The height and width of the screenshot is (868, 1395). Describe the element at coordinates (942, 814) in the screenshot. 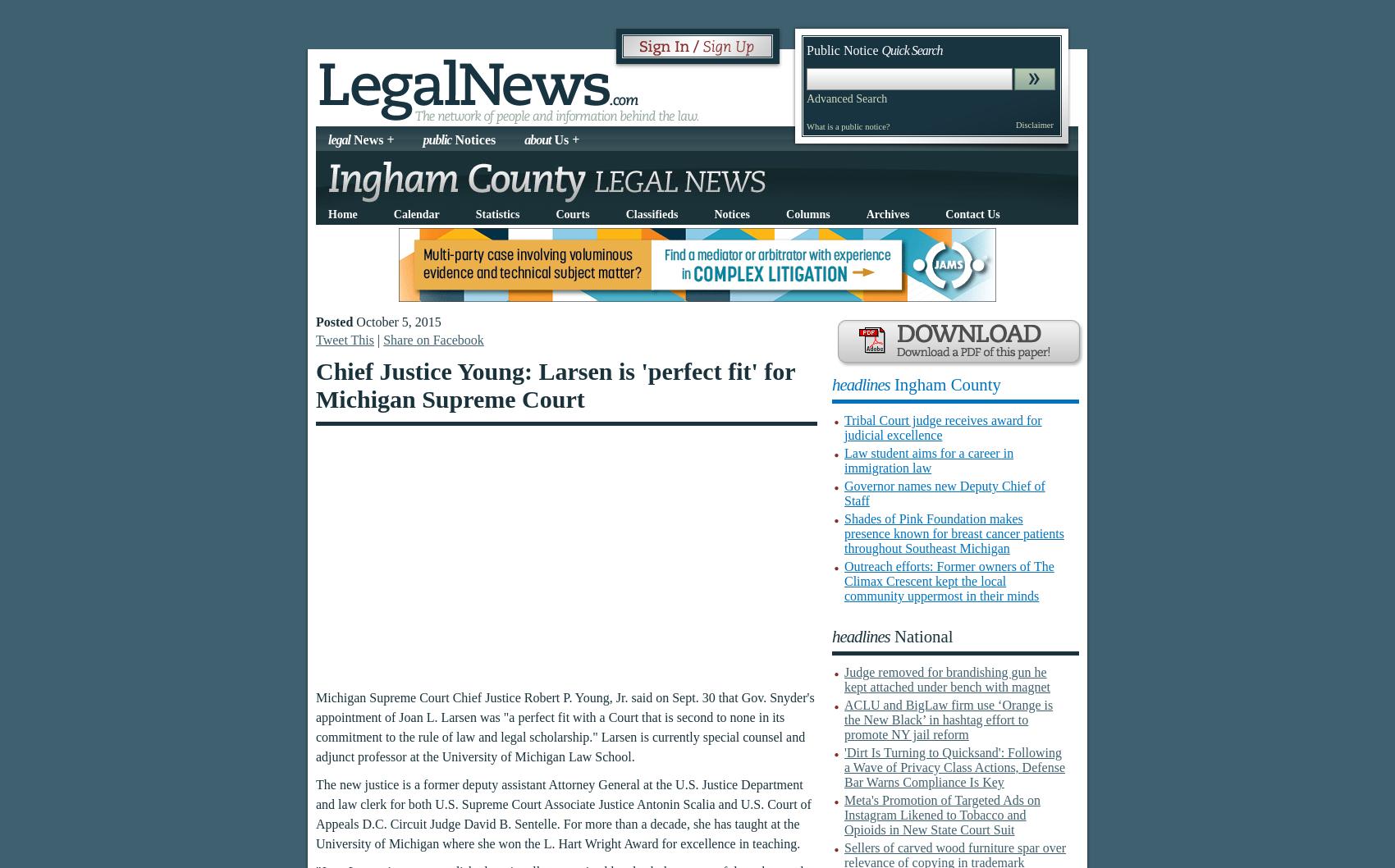

I see `'Meta's Promotion of Targeted Ads on Instagram Likened to Tobacco and Opioids in New State Court Suit'` at that location.